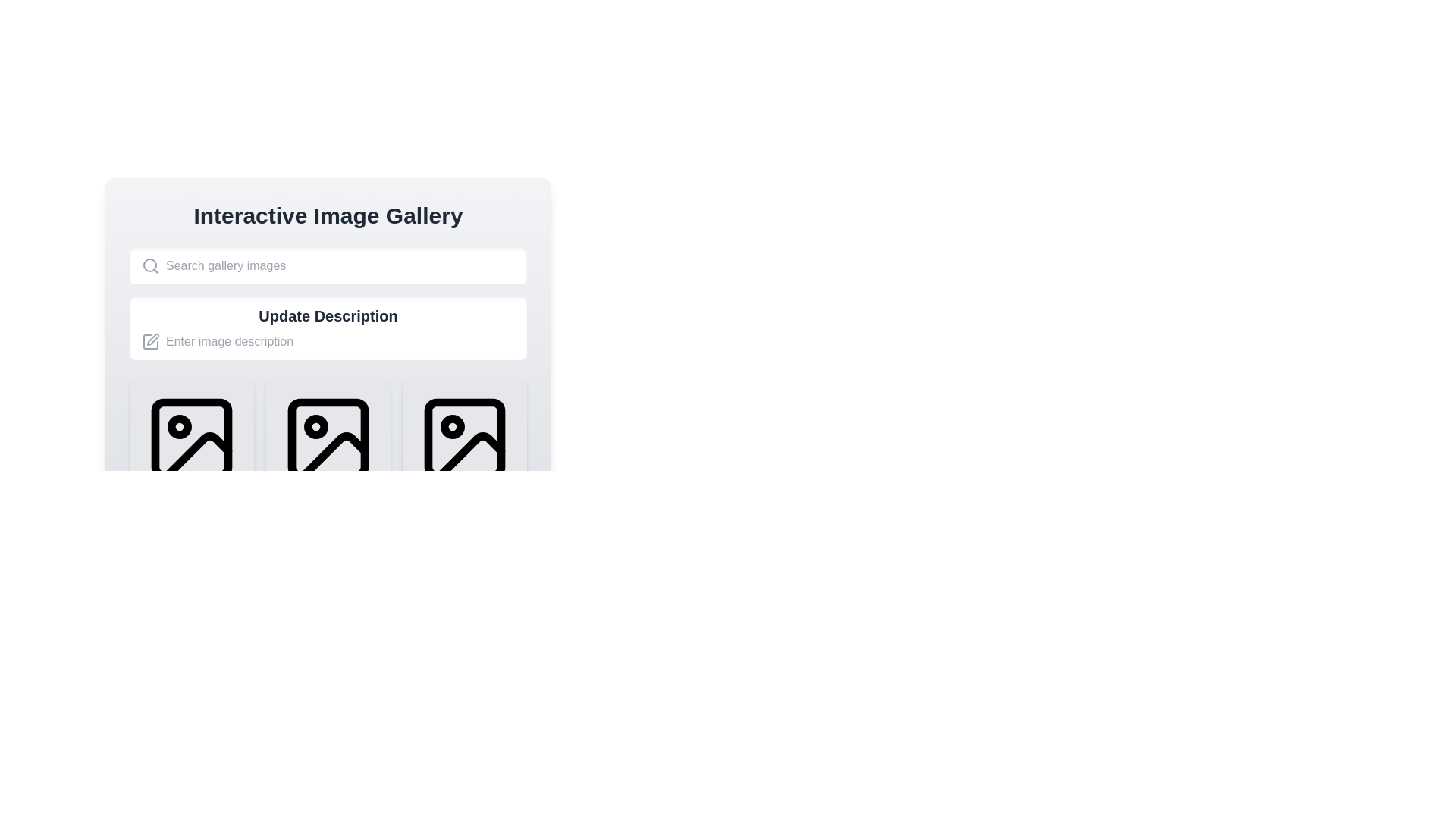 The image size is (1456, 819). I want to click on the decorative visual element resembling a diagonal line with rounded ends located in the bottom-left quadrant of the image icon, so click(196, 455).